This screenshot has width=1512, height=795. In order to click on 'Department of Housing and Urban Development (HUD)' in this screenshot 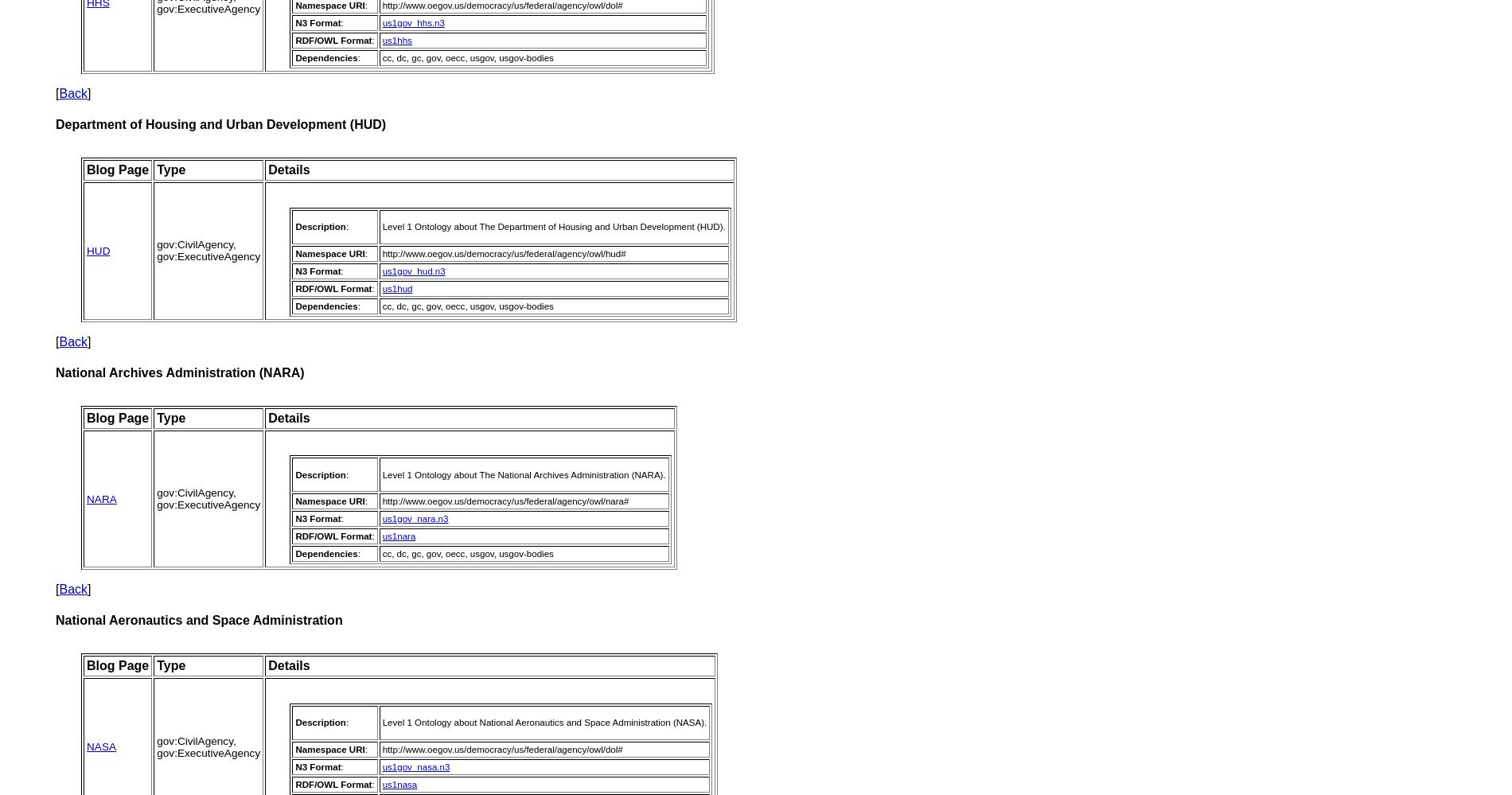, I will do `click(55, 124)`.